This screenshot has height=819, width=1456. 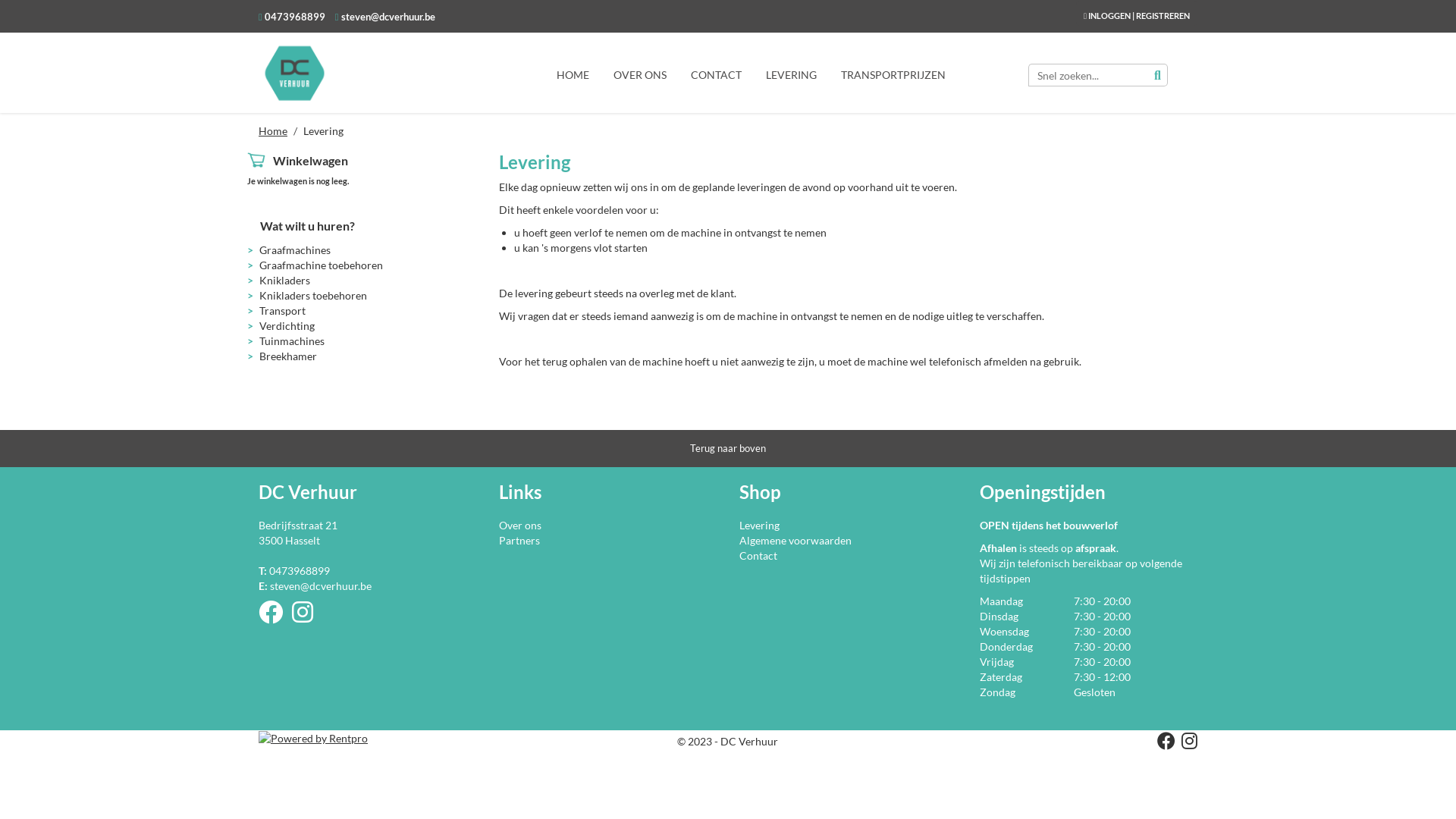 I want to click on 'HOME', so click(x=572, y=74).